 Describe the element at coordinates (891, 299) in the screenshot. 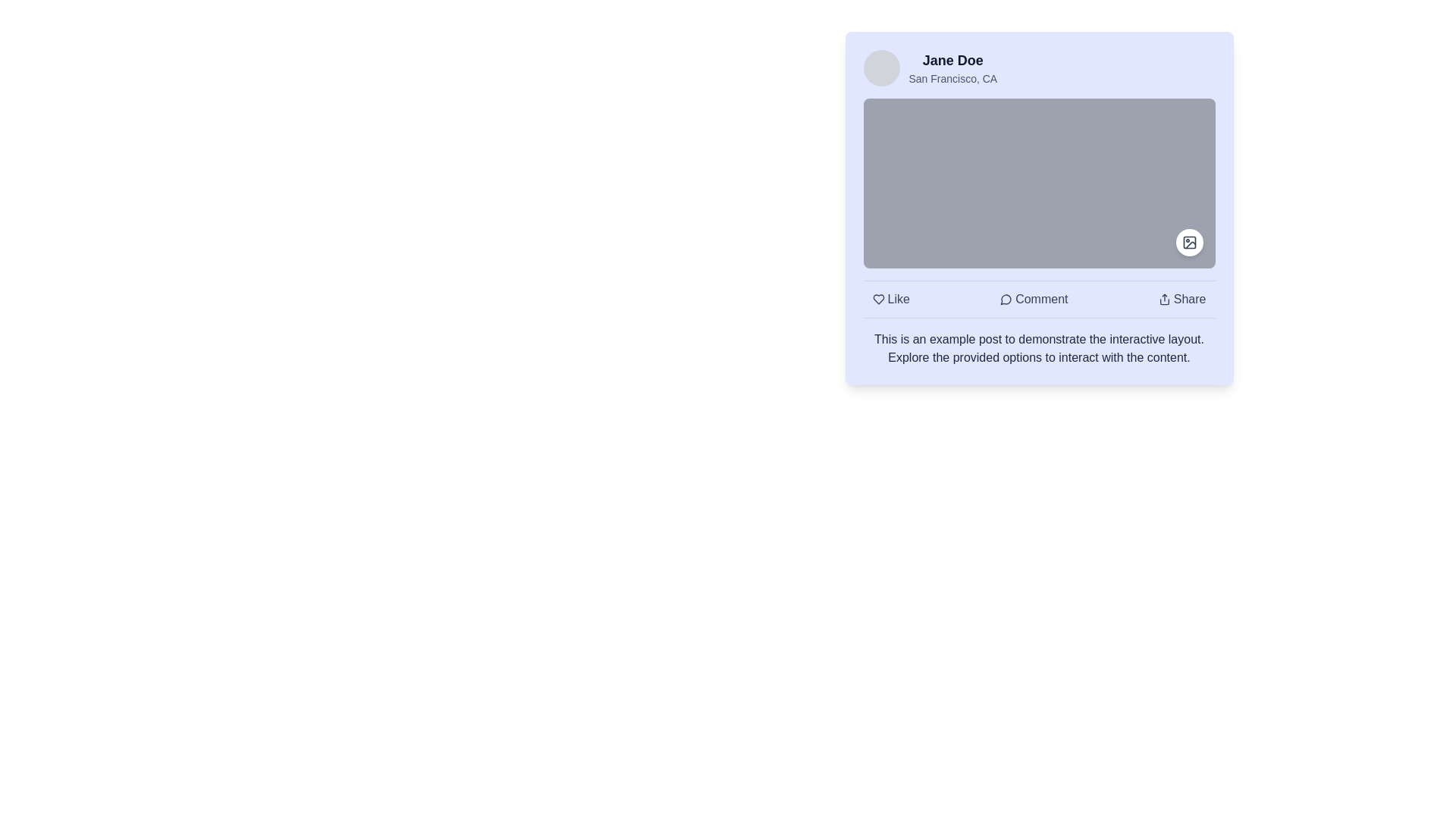

I see `the 'Like' button, which features a heart-shaped icon and the text 'Like', located at the top-left corner of the control area containing 'Like', 'Comment', and 'Share' buttons` at that location.